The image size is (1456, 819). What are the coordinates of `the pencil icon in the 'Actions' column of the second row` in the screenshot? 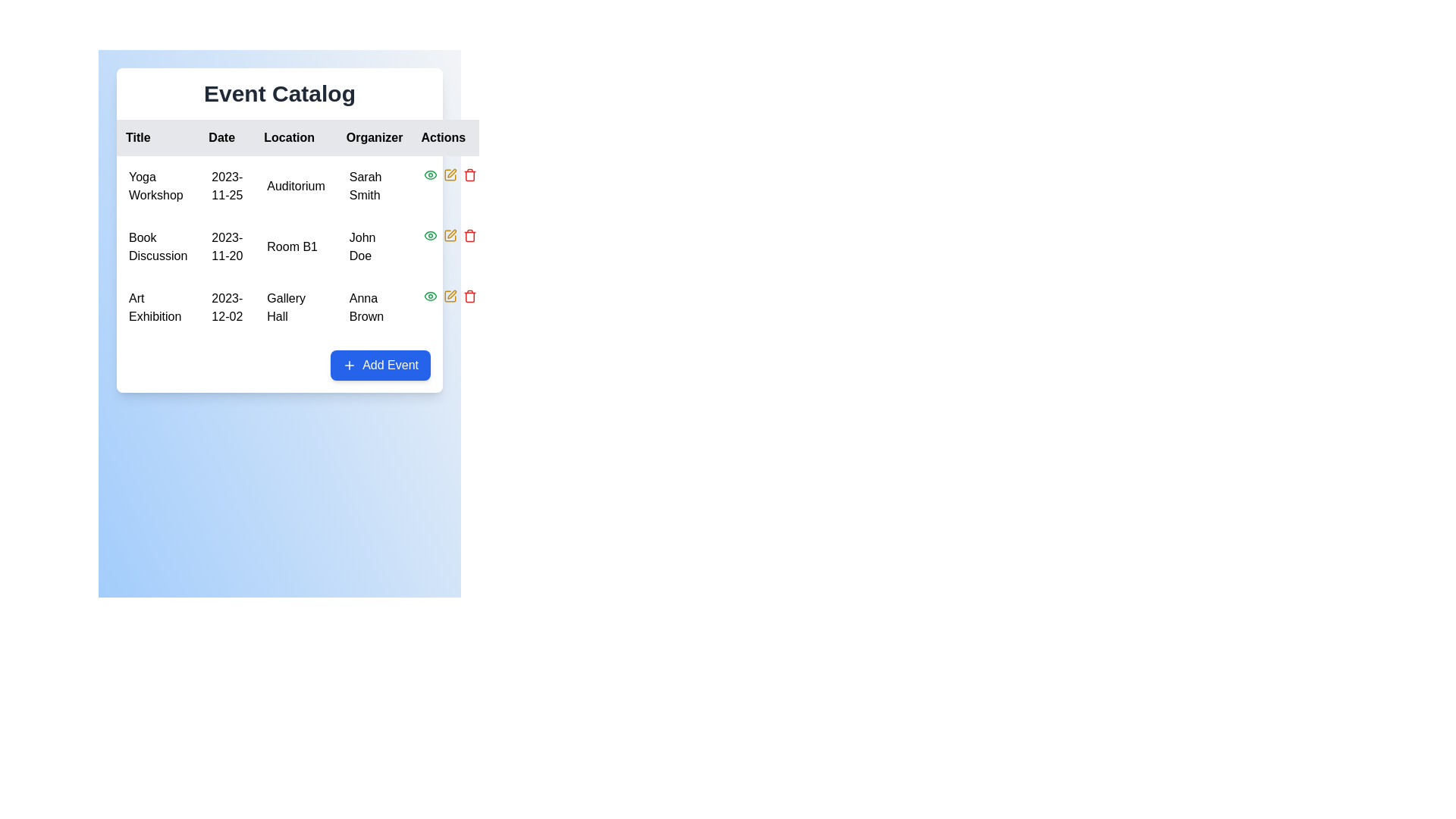 It's located at (451, 172).